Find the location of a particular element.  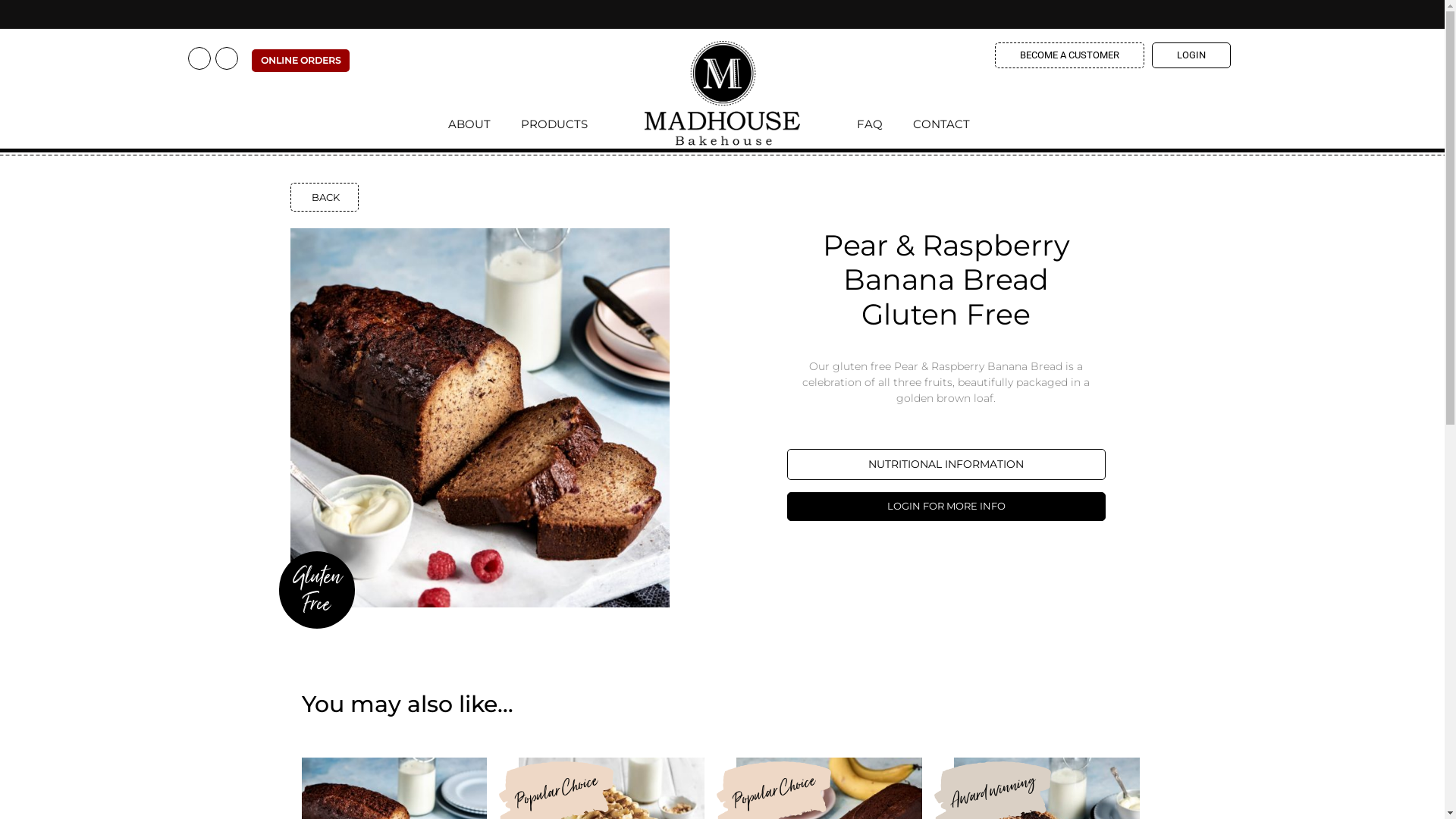

'BECOME A CUSTOMER' is located at coordinates (994, 55).